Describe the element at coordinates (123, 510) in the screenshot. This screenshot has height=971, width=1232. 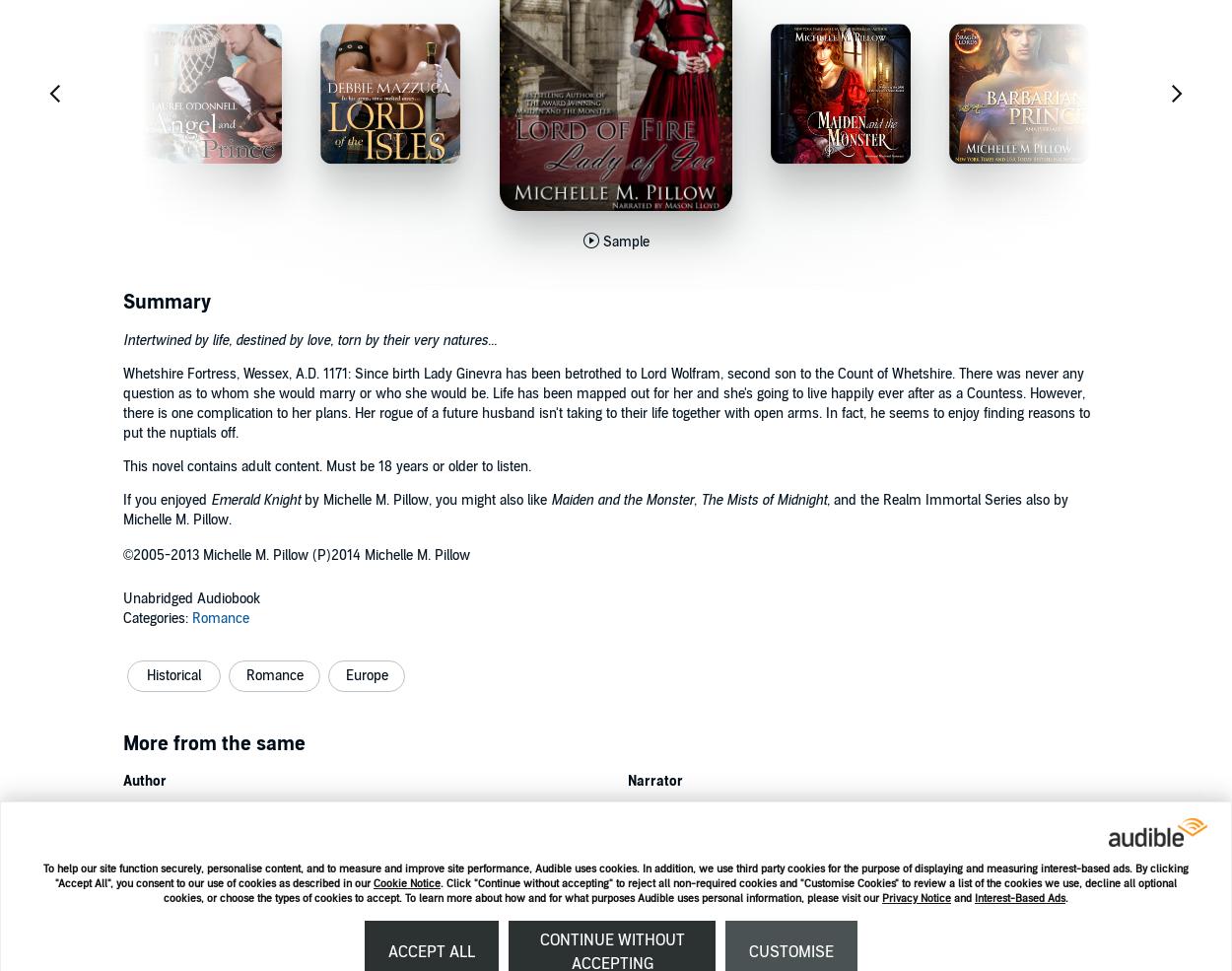
I see `', and the Realm Immortal Series also by Michelle M. Pillow.'` at that location.